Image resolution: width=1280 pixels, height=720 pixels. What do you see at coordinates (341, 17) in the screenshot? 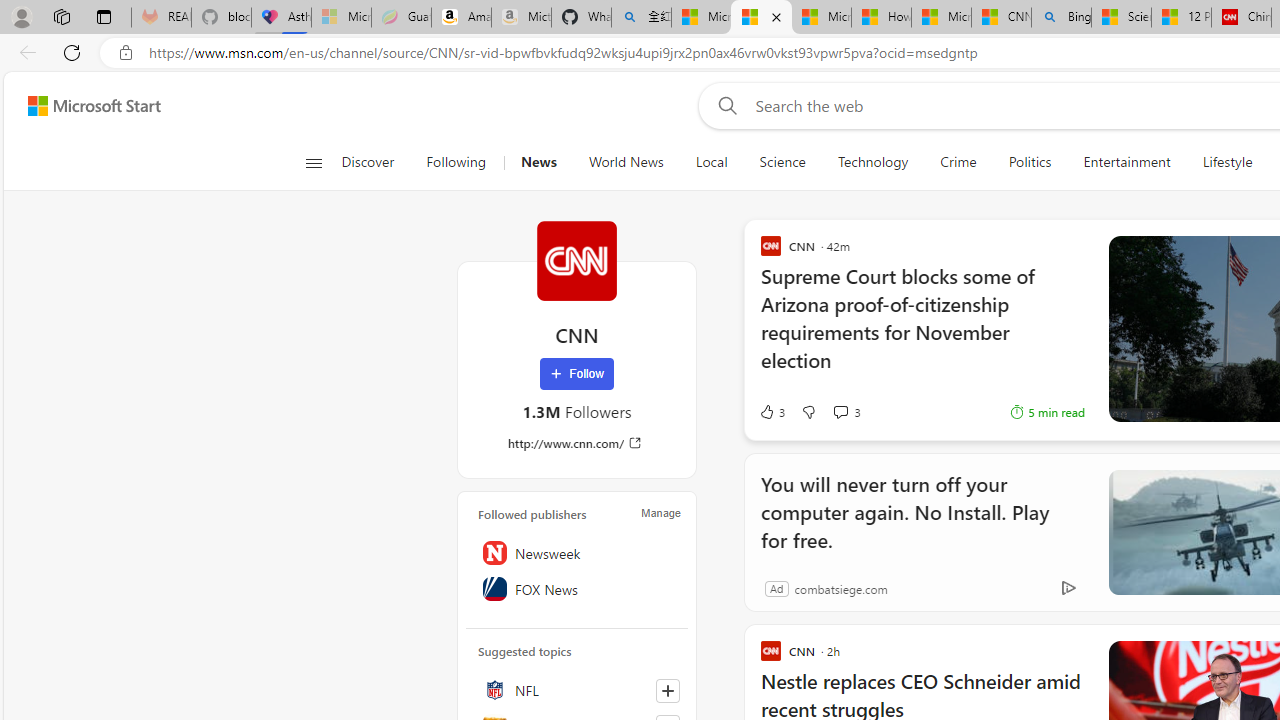
I see `'Microsoft-Report a Concern to Bing - Sleeping'` at bounding box center [341, 17].